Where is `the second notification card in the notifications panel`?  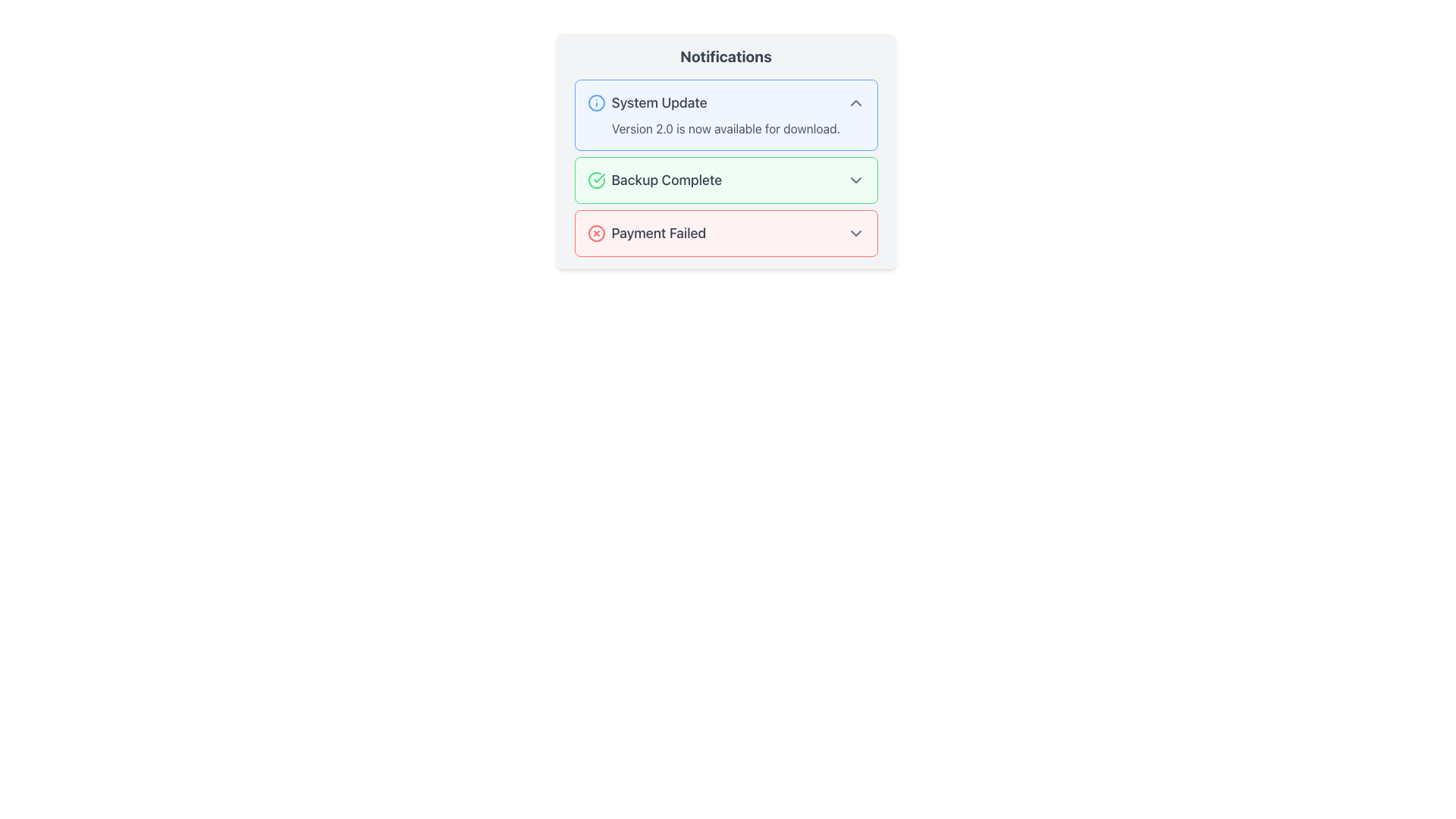 the second notification card in the notifications panel is located at coordinates (725, 168).